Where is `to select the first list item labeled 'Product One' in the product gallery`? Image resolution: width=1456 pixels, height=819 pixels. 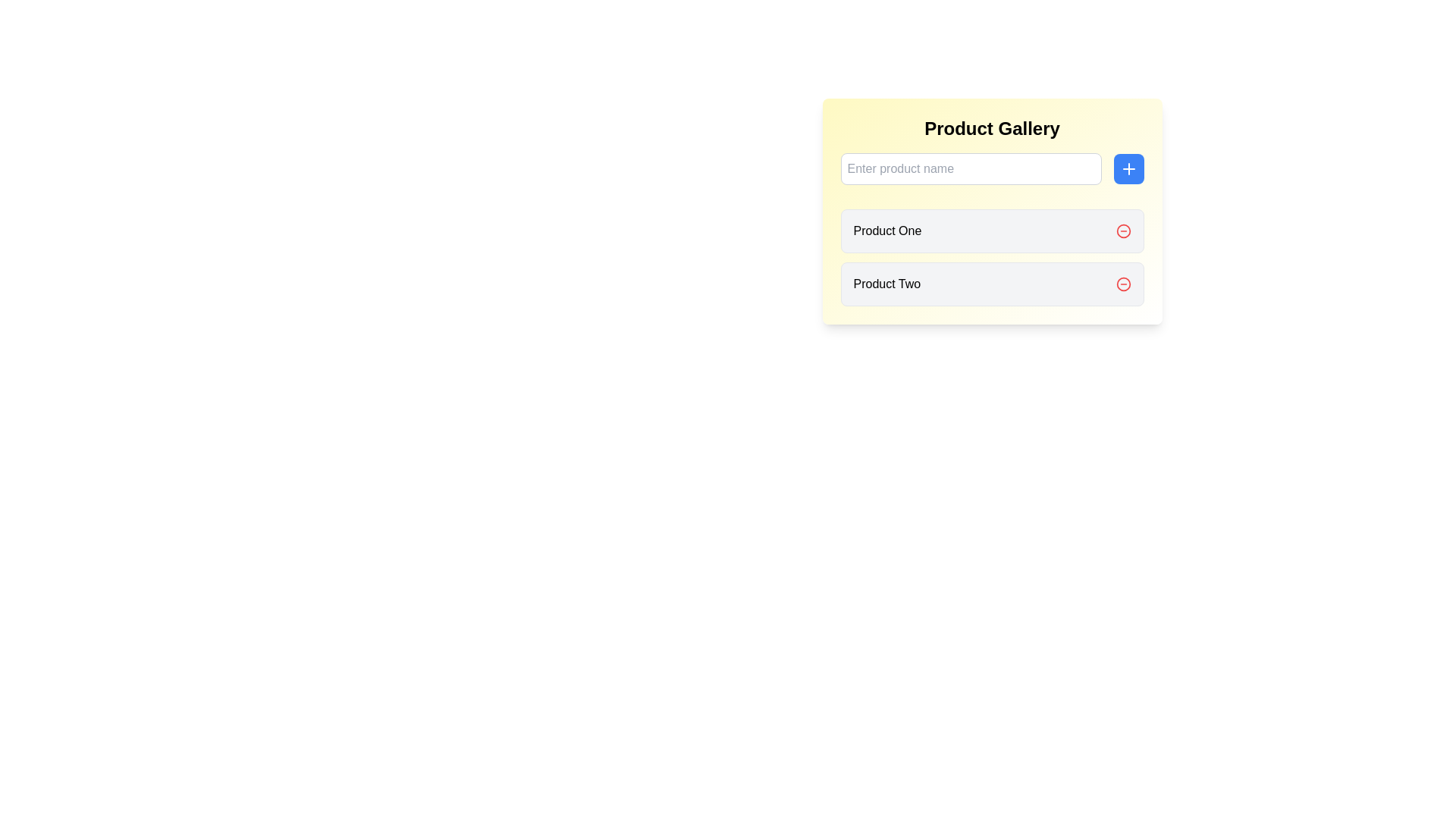
to select the first list item labeled 'Product One' in the product gallery is located at coordinates (992, 231).